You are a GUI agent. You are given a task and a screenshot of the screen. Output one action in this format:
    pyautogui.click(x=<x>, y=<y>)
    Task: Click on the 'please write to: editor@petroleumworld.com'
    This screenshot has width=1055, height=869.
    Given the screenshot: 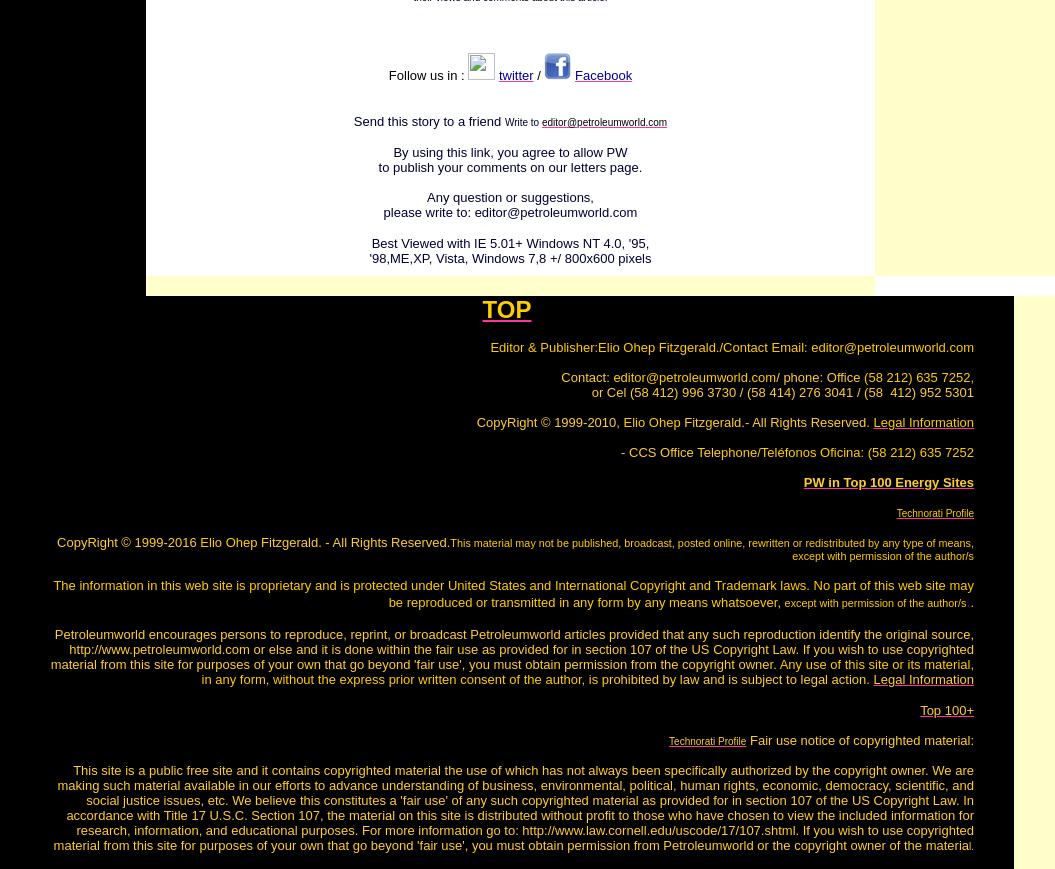 What is the action you would take?
    pyautogui.click(x=509, y=211)
    